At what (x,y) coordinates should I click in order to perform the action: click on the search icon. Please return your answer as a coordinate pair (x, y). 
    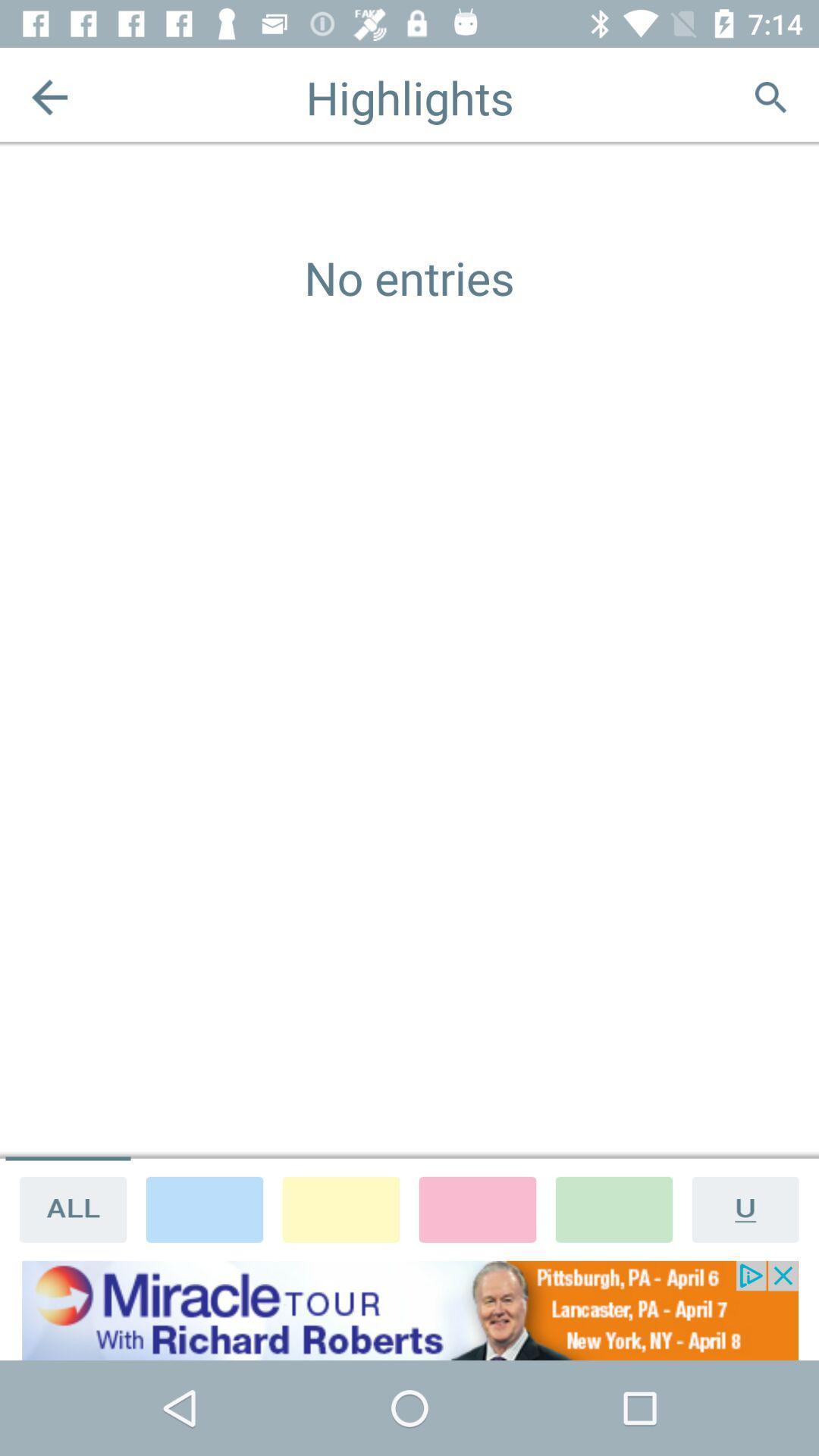
    Looking at the image, I should click on (770, 96).